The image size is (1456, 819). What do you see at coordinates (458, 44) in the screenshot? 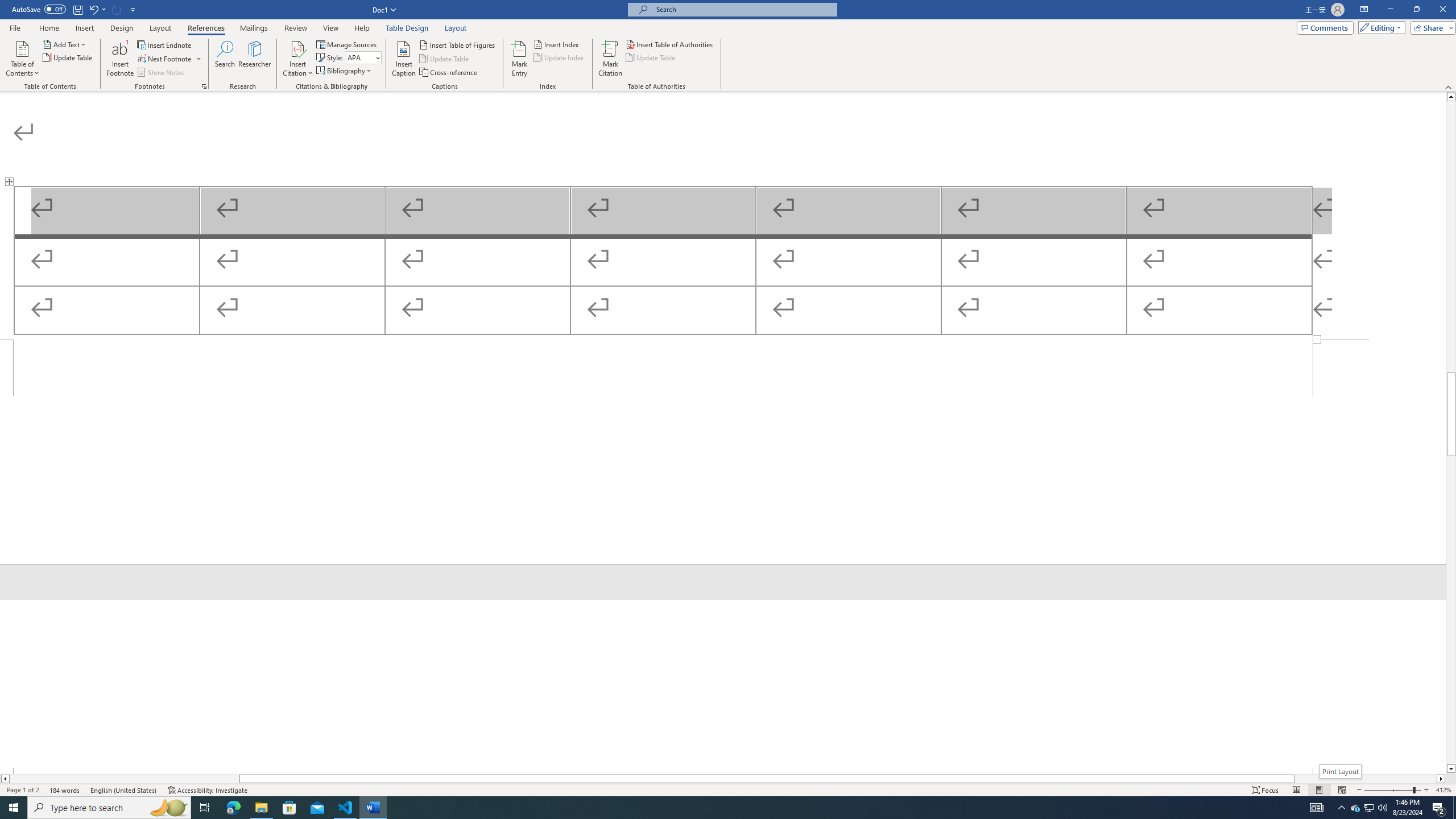
I see `'Insert Table of Figures...'` at bounding box center [458, 44].